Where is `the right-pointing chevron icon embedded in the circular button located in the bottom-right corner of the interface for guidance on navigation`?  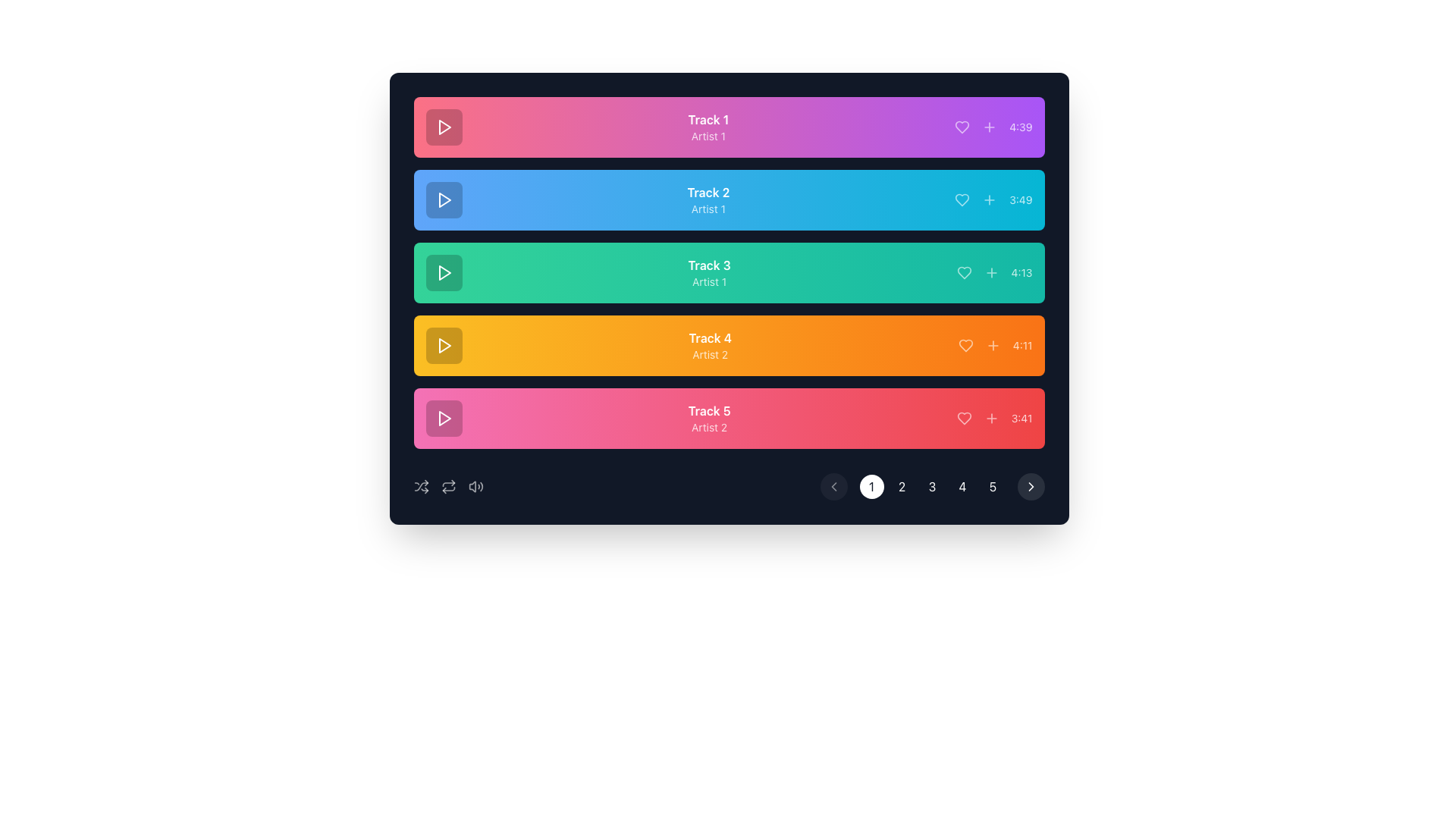 the right-pointing chevron icon embedded in the circular button located in the bottom-right corner of the interface for guidance on navigation is located at coordinates (1031, 486).